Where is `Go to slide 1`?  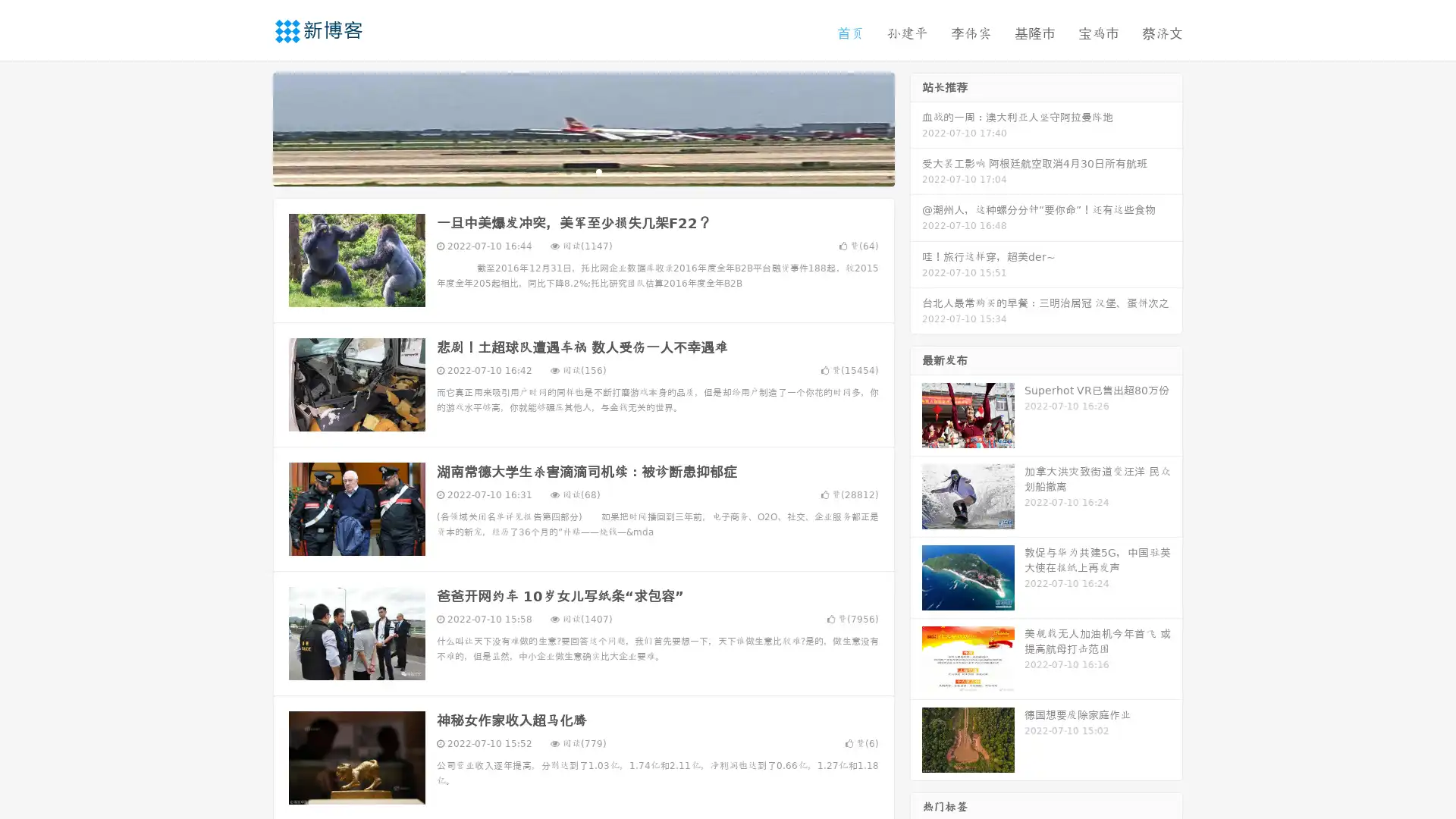 Go to slide 1 is located at coordinates (567, 171).